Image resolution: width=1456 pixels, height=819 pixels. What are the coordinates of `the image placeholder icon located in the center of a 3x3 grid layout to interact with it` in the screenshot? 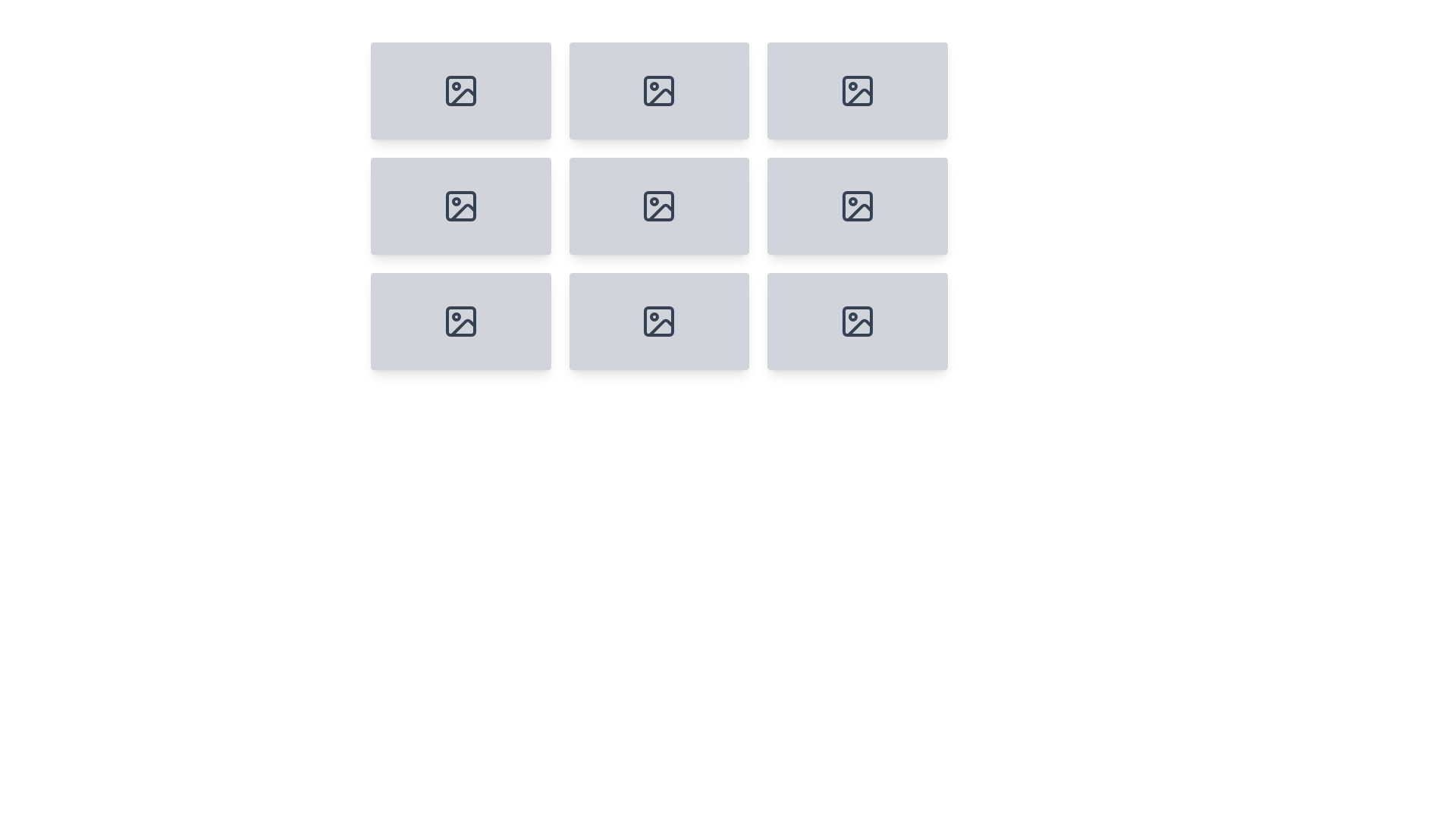 It's located at (659, 321).